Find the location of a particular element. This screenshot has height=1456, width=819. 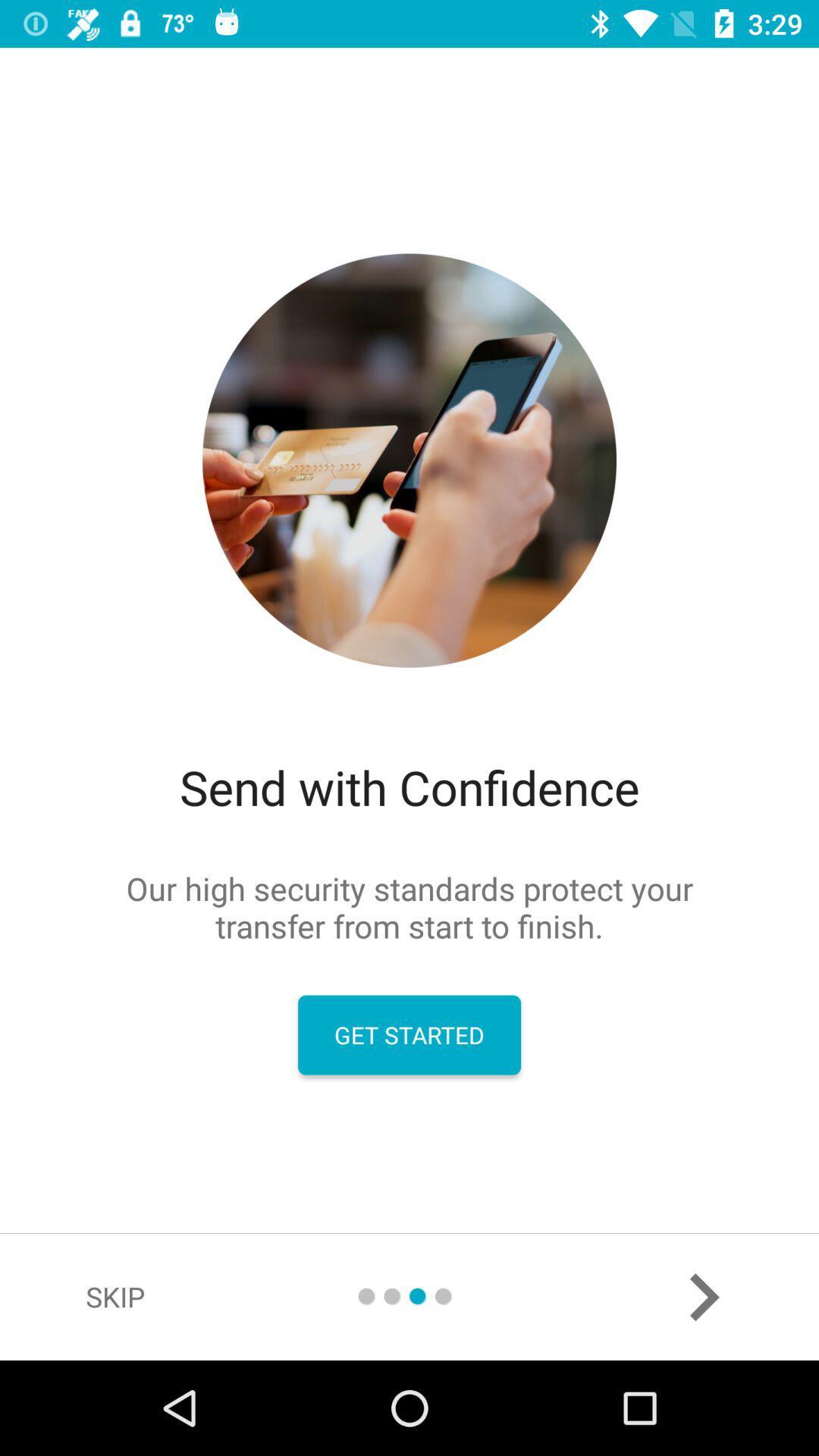

the arrow_forward icon is located at coordinates (703, 1296).